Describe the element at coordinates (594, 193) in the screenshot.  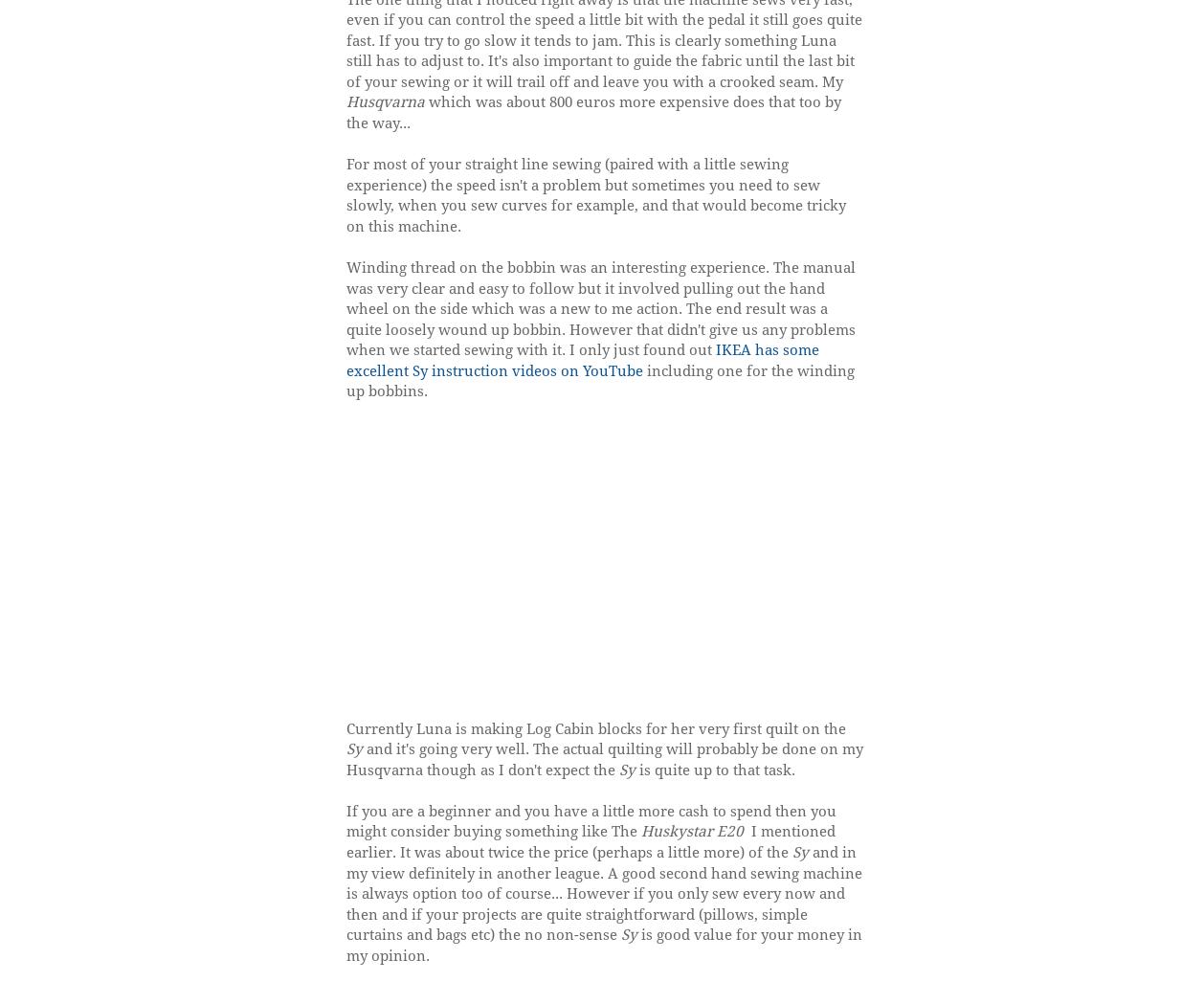
I see `'For most of your straight line sewing (paired with a little sewing experience) the speed isn't a problem but sometimes you need to sew slowly, when you sew curves for example, and that would become tricky on this machine.'` at that location.